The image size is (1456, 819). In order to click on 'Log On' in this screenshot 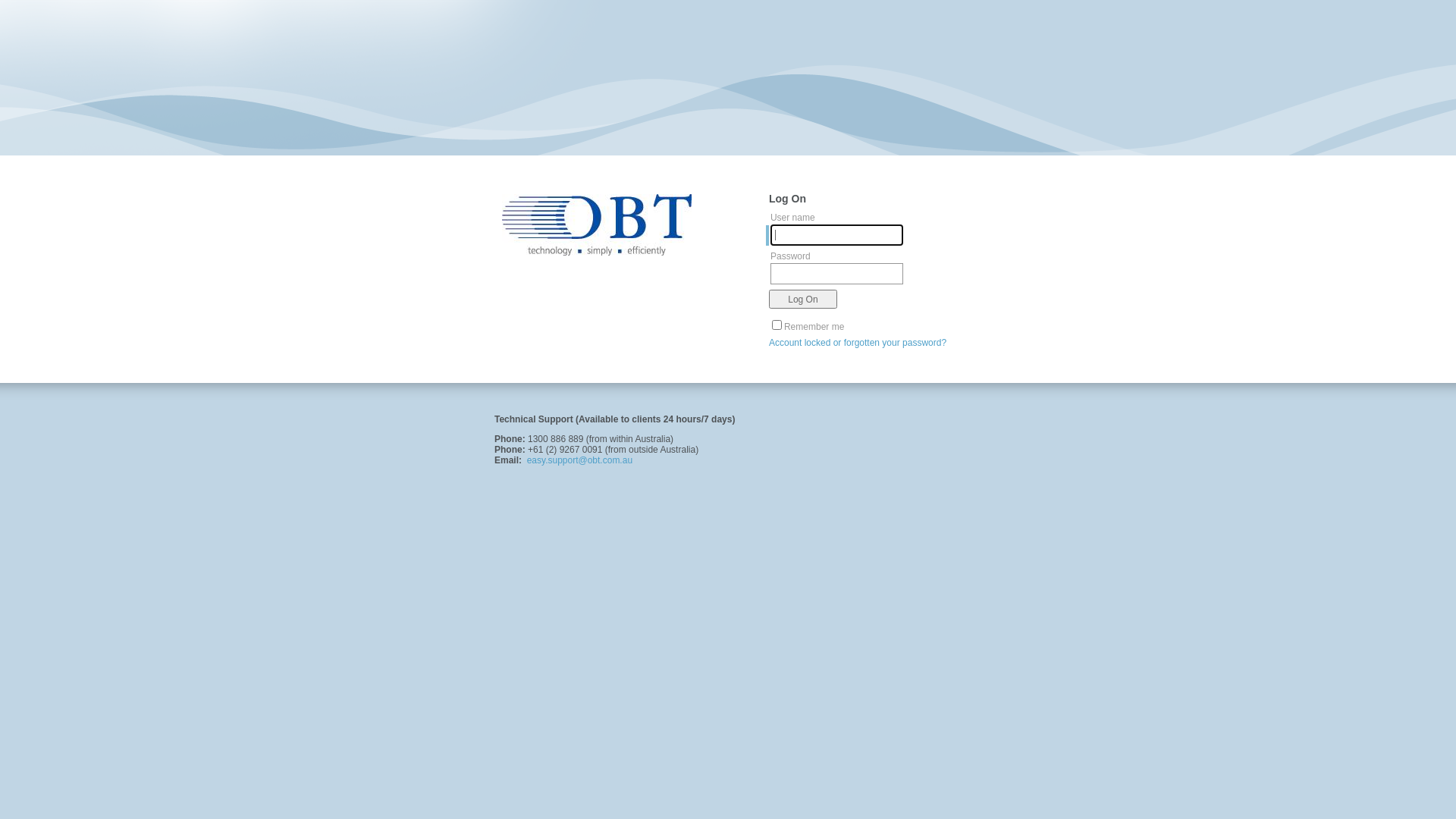, I will do `click(802, 299)`.